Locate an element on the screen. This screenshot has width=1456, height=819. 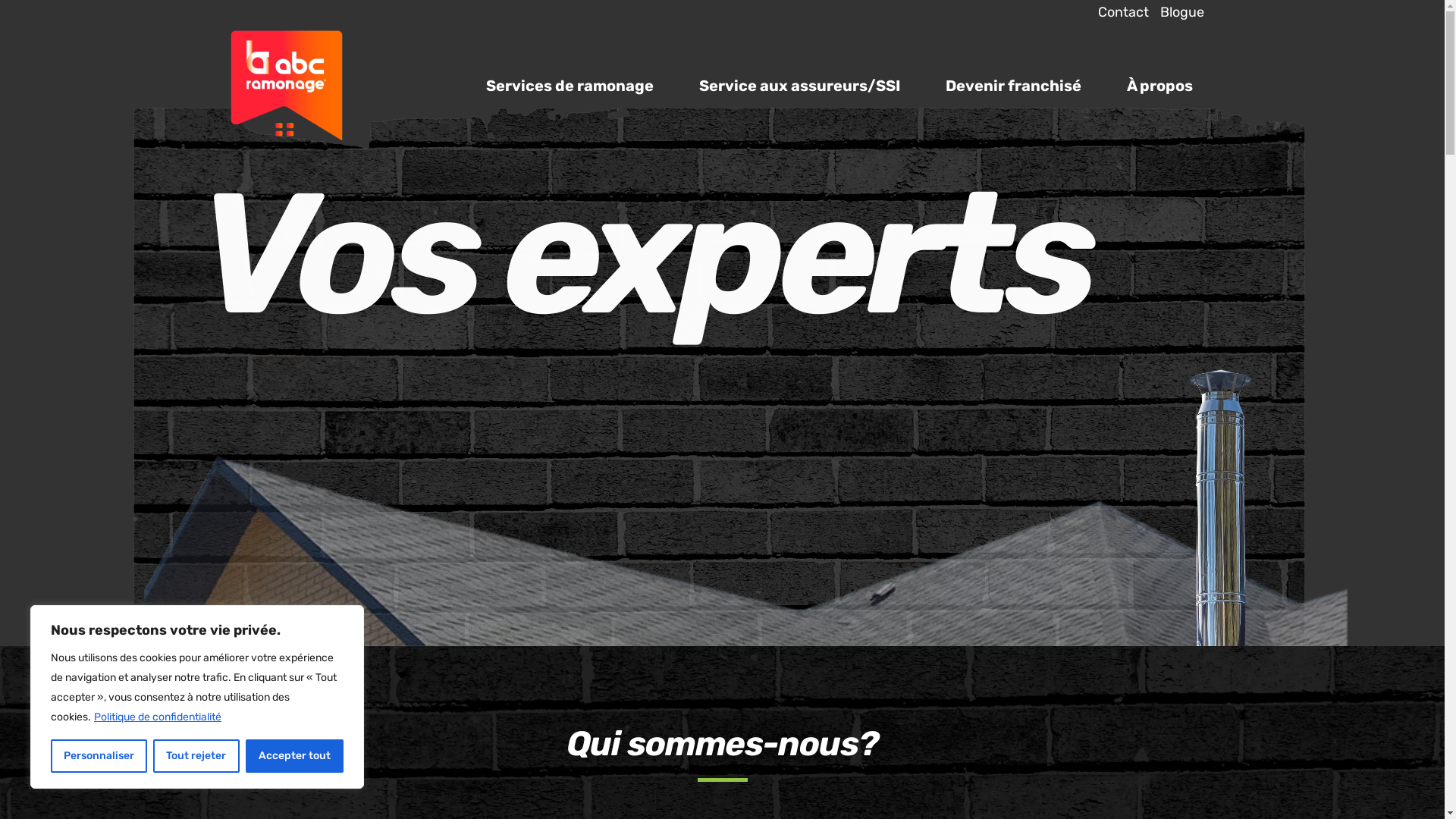
'Contact' is located at coordinates (1117, 12).